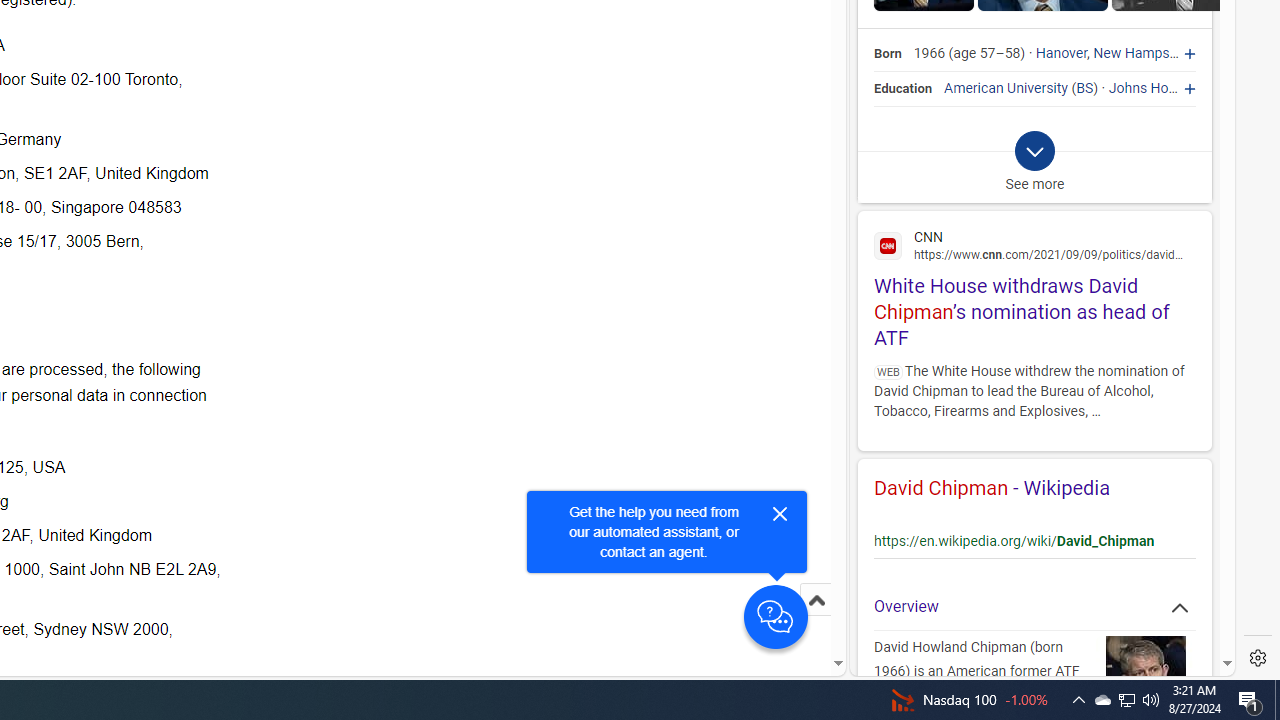 The width and height of the screenshot is (1280, 720). Describe the element at coordinates (816, 598) in the screenshot. I see `'Scroll to top'` at that location.